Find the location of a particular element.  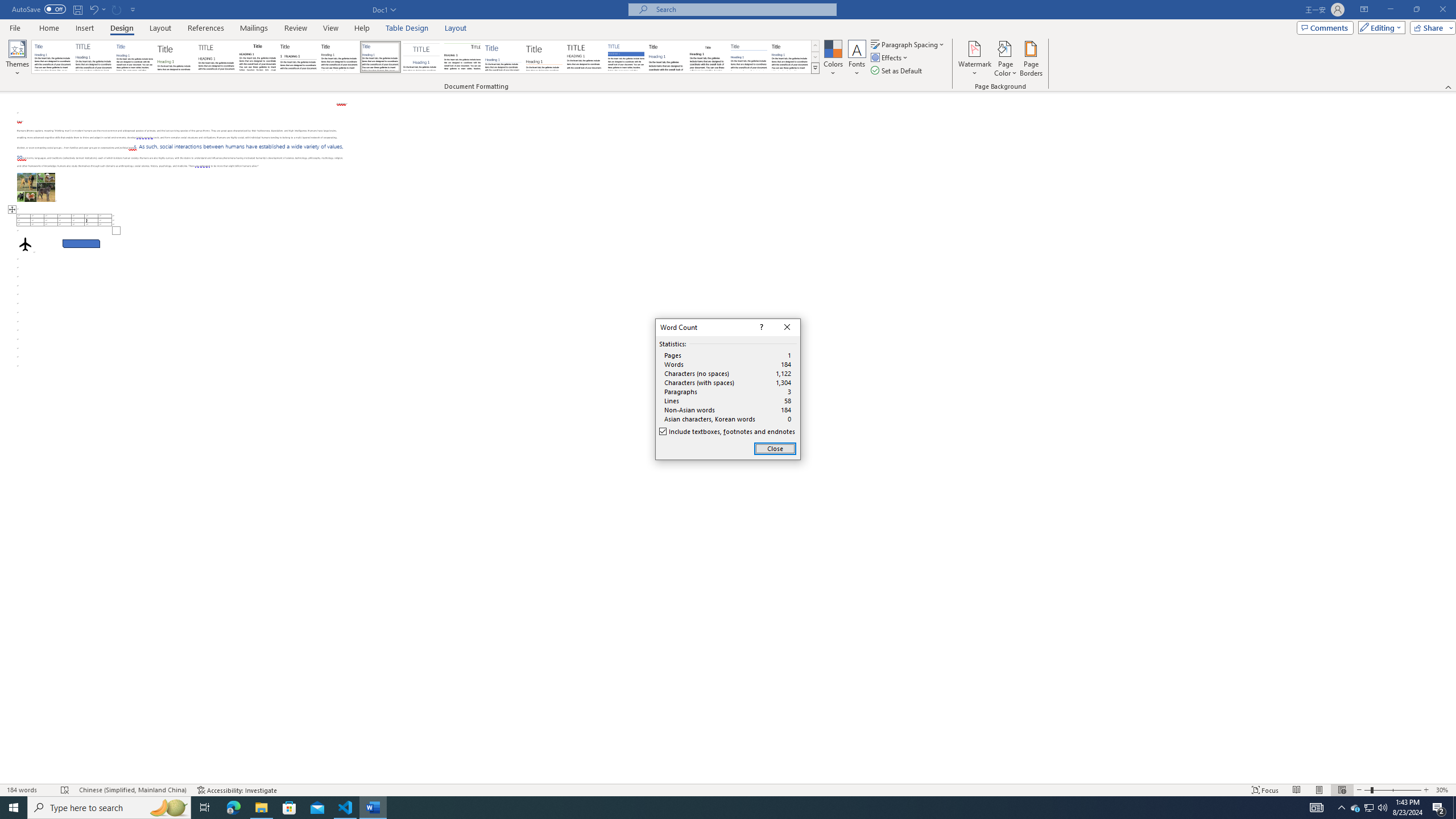

'Can' is located at coordinates (117, 9).